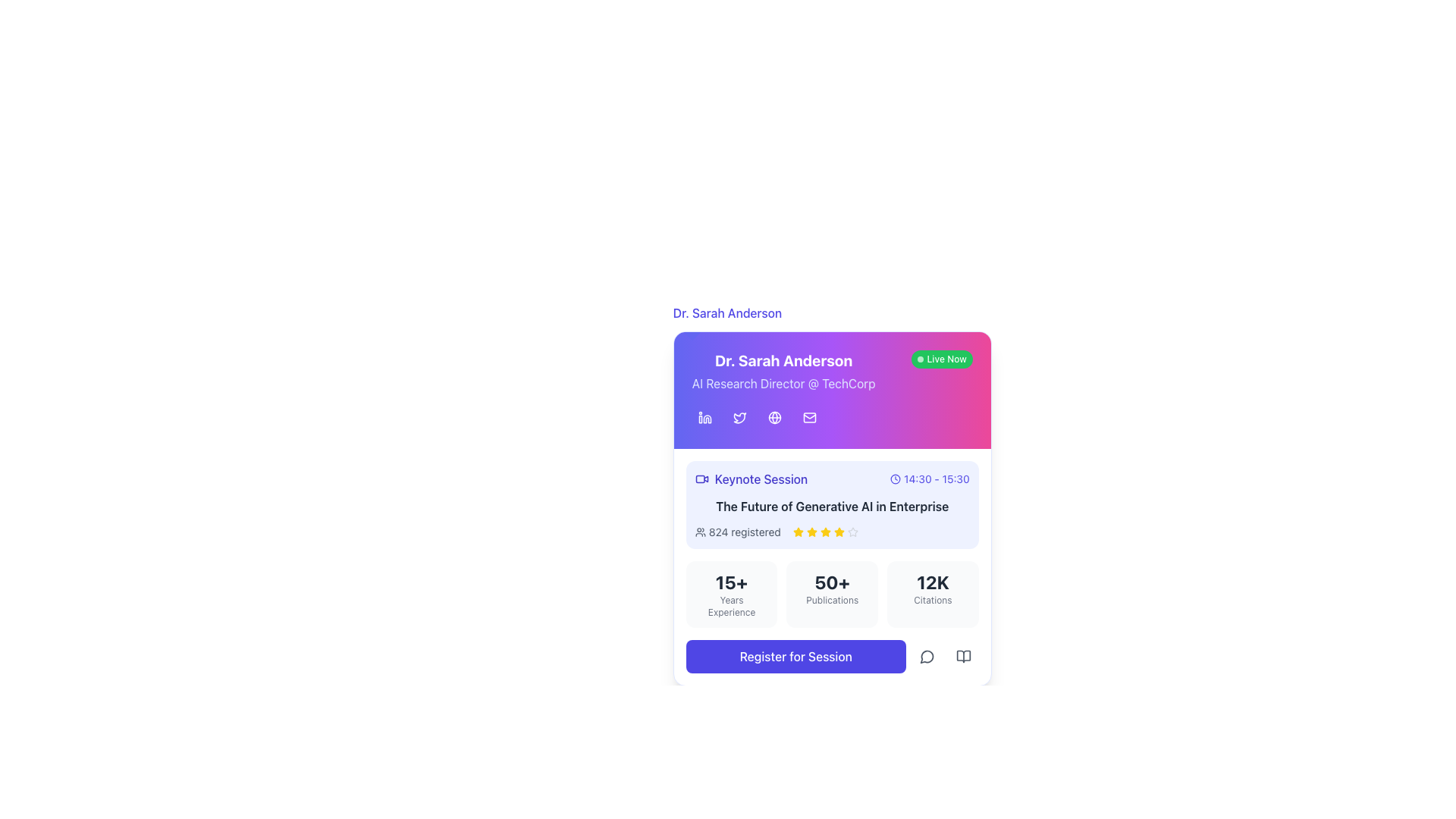 This screenshot has height=819, width=1456. What do you see at coordinates (745, 532) in the screenshot?
I see `the non-interactive informational text component displaying the number of registrants for the session 'The Future of Generative AI in Enterprise'` at bounding box center [745, 532].